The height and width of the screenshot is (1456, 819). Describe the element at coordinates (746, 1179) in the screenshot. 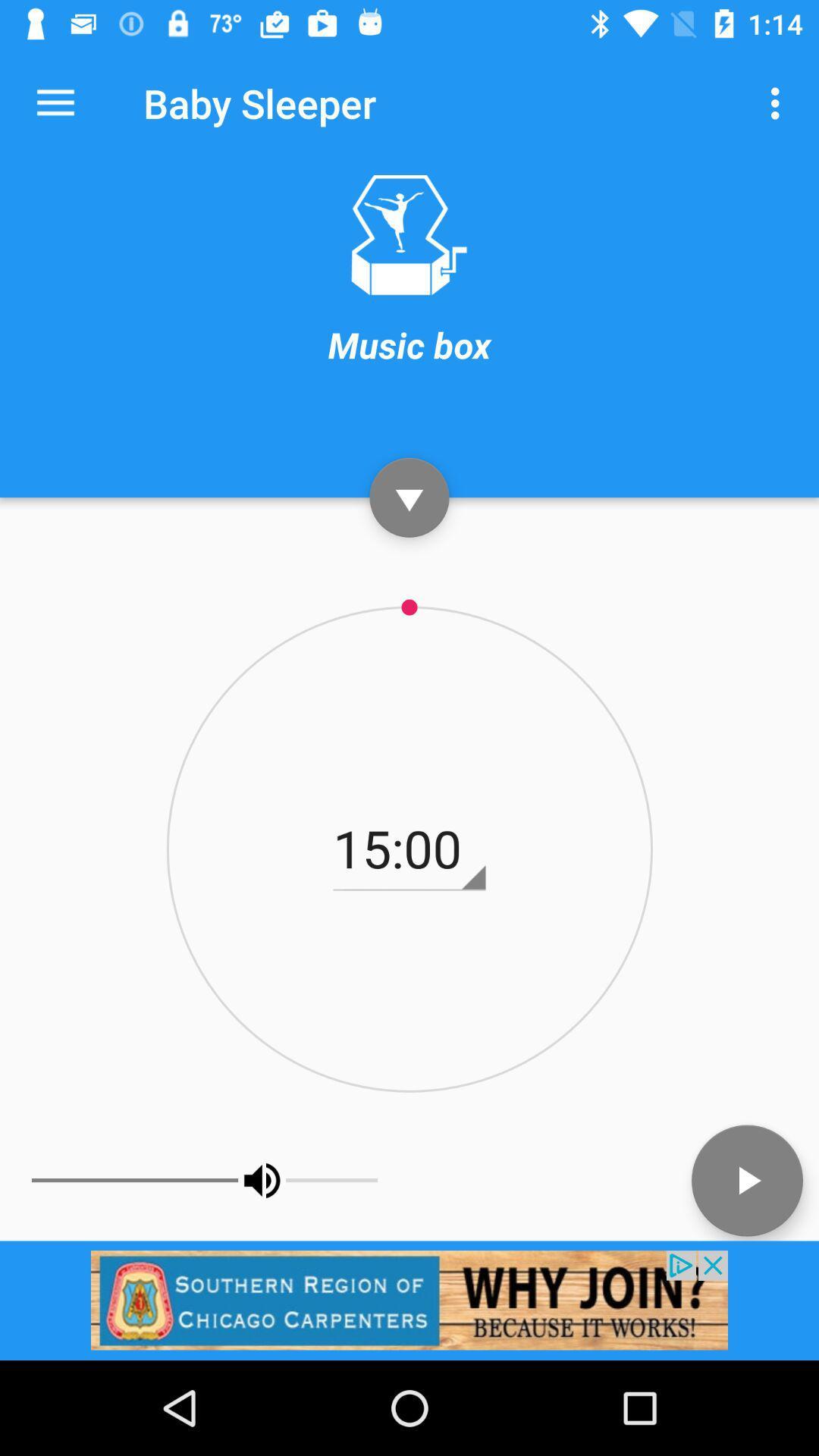

I see `play` at that location.